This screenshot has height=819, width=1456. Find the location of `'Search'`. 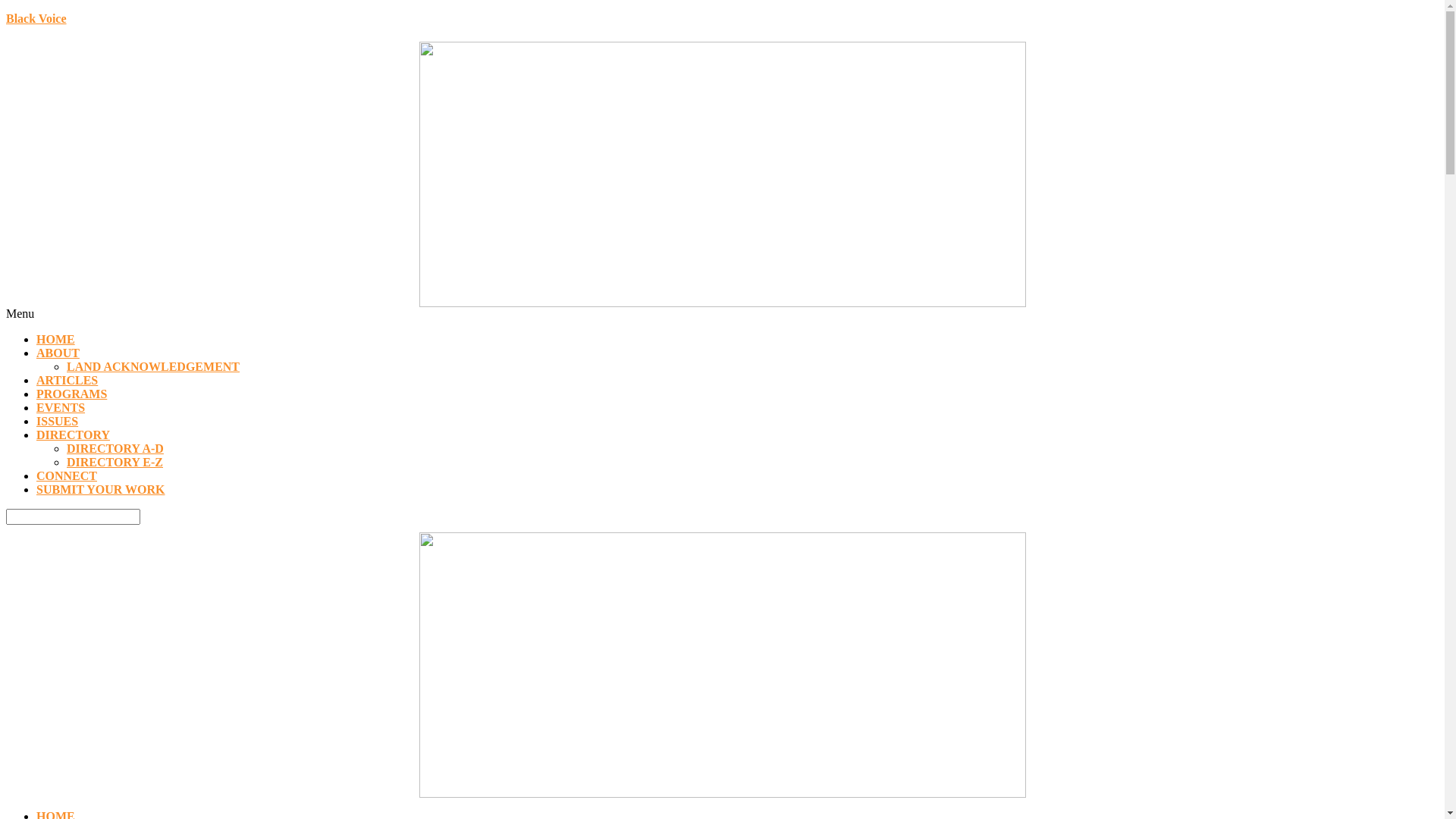

'Search' is located at coordinates (6, 516).